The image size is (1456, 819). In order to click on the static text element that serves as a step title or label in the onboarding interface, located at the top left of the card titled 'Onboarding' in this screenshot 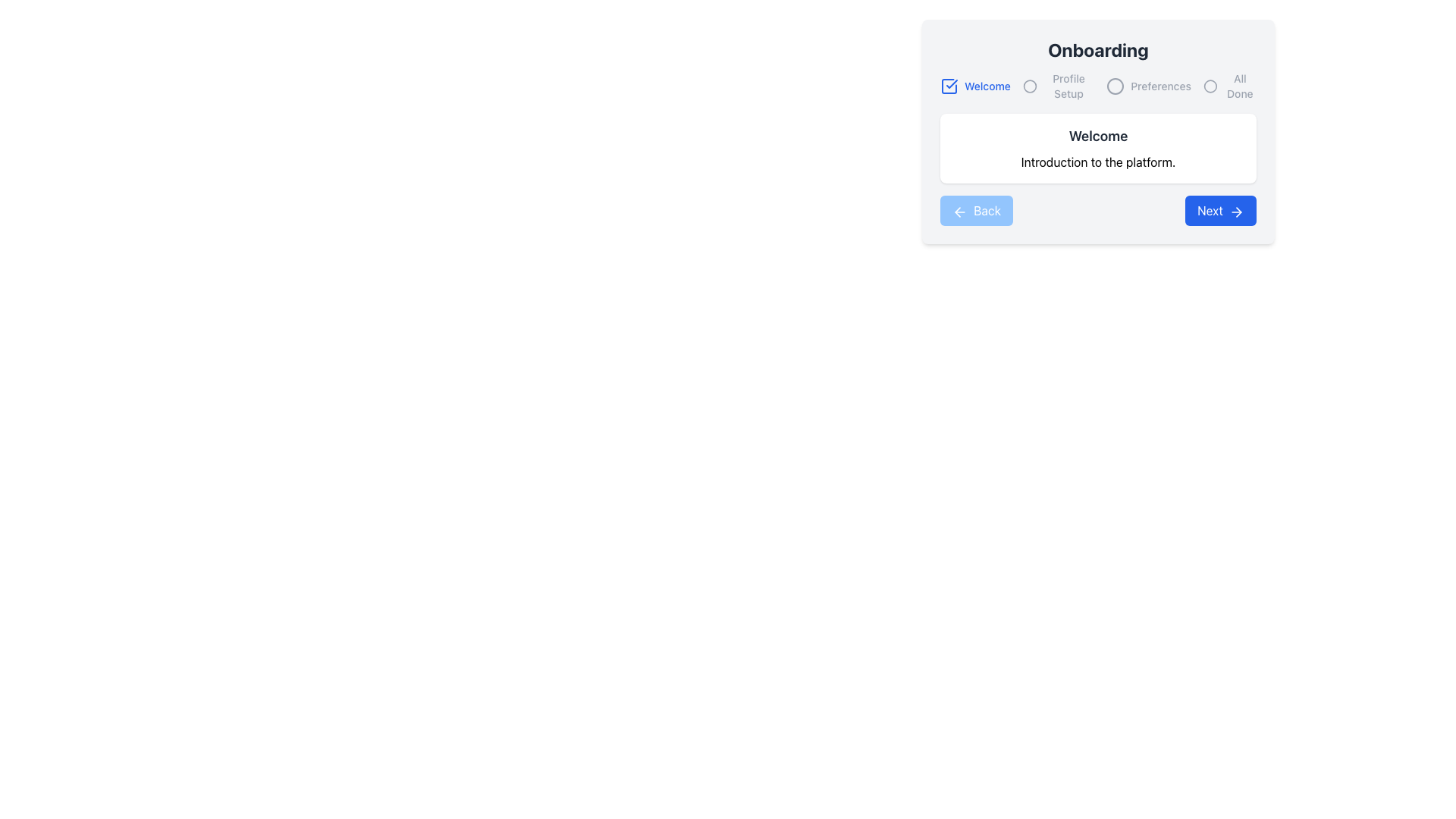, I will do `click(987, 86)`.